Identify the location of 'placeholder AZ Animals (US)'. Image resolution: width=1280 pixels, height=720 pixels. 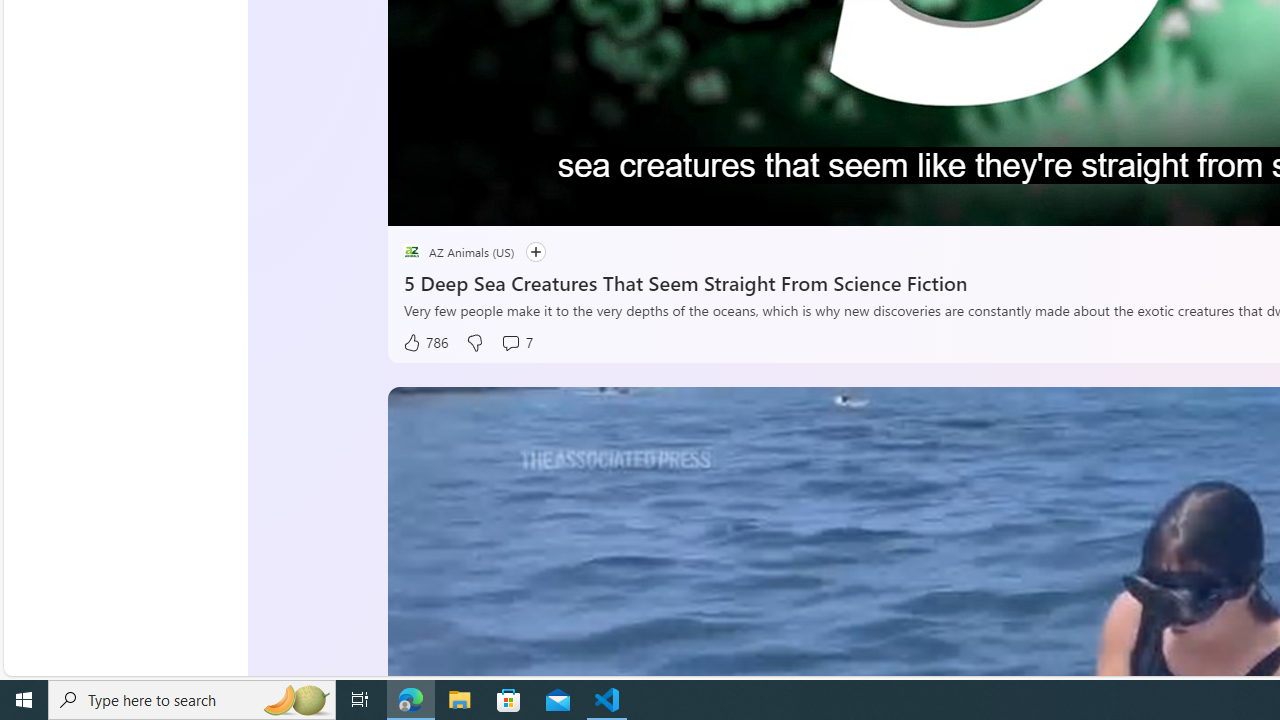
(458, 251).